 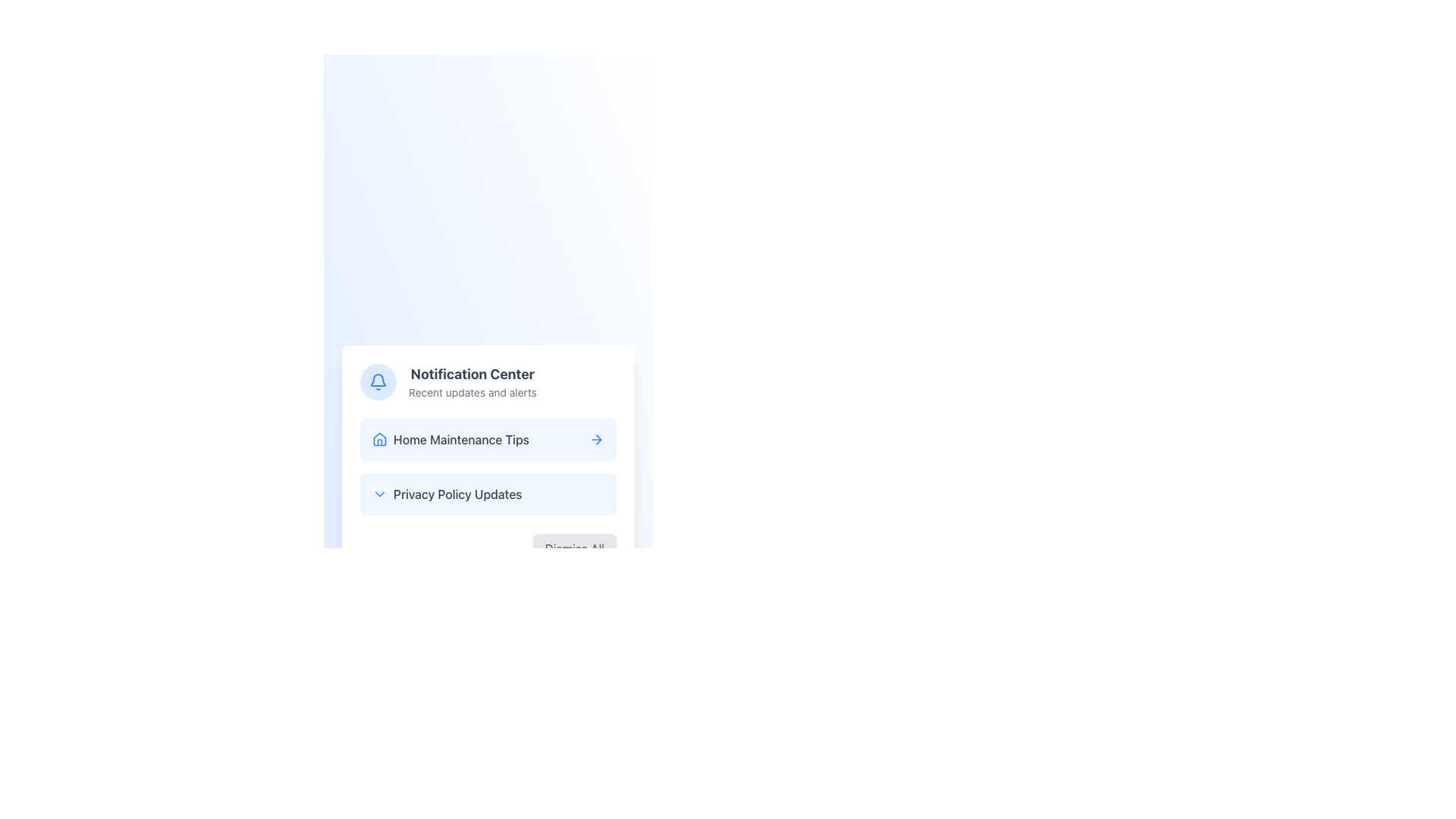 I want to click on the 'Dismiss All' button with a light gray background and rounded corners to observe interactions, so click(x=573, y=549).